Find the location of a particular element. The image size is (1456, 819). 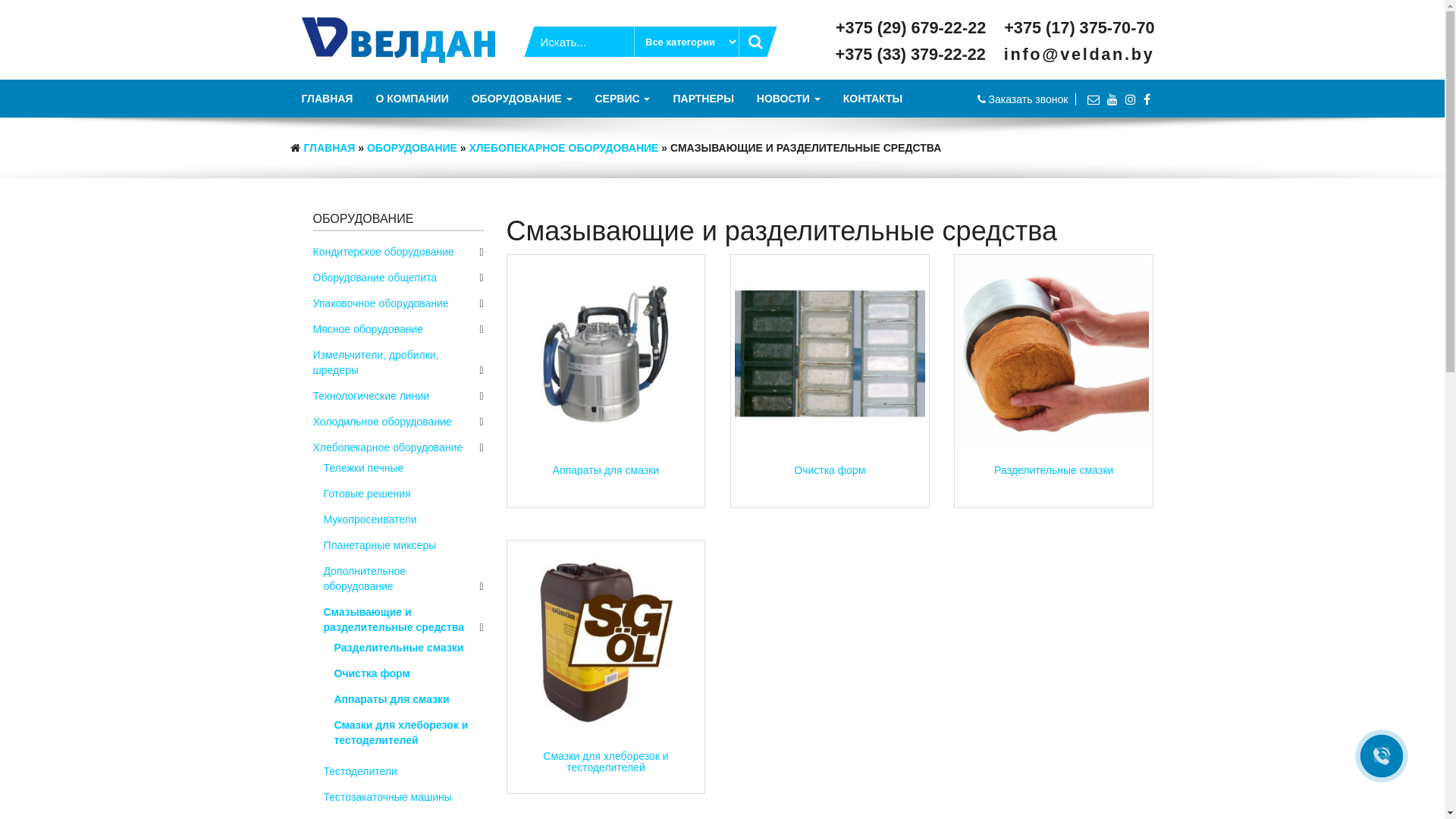

'info@veldan.by' is located at coordinates (1078, 53).